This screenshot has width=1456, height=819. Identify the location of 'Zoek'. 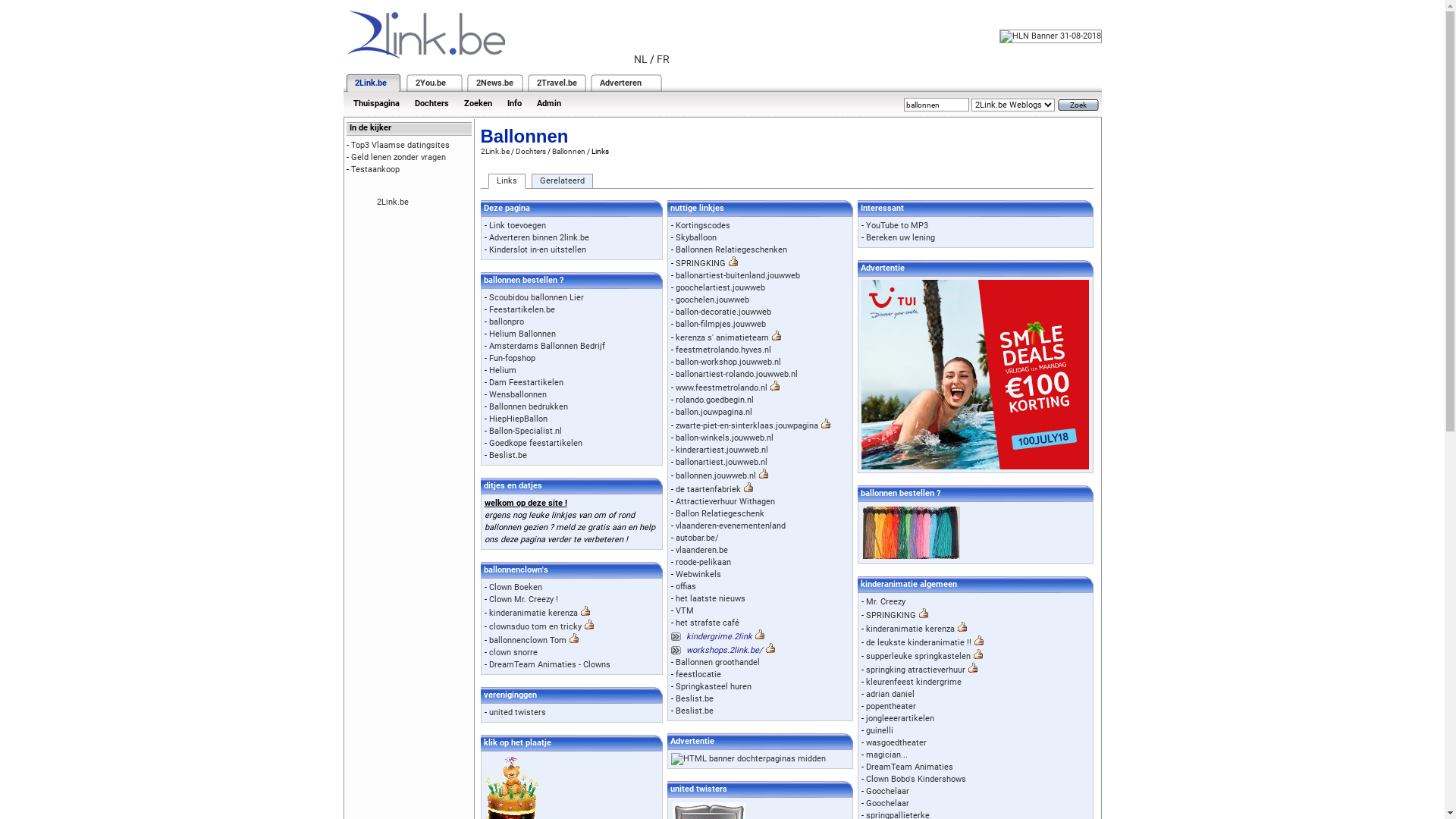
(1076, 103).